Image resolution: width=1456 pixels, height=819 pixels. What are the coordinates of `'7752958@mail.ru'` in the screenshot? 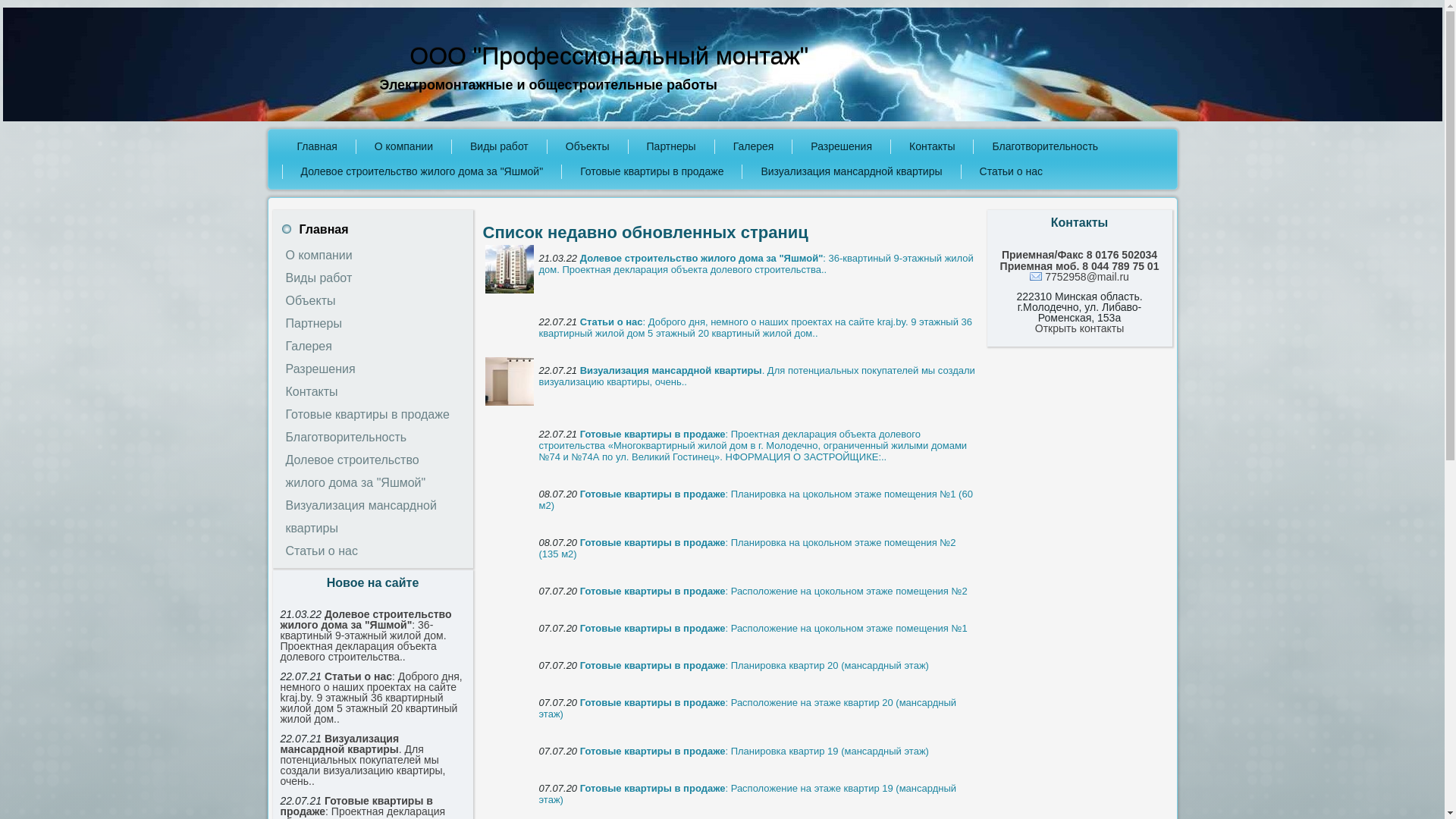 It's located at (1030, 277).